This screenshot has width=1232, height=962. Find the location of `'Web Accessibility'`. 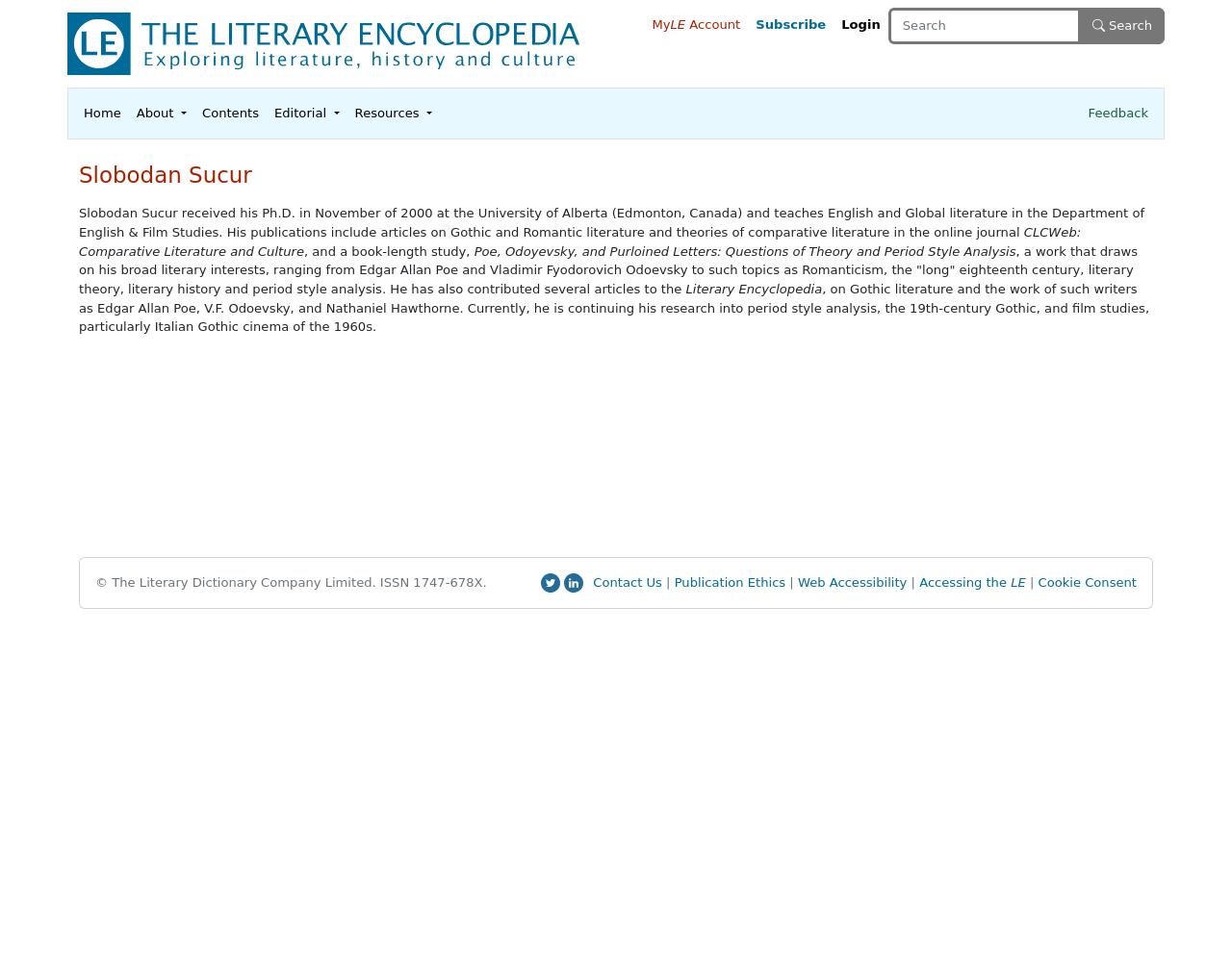

'Web Accessibility' is located at coordinates (850, 580).